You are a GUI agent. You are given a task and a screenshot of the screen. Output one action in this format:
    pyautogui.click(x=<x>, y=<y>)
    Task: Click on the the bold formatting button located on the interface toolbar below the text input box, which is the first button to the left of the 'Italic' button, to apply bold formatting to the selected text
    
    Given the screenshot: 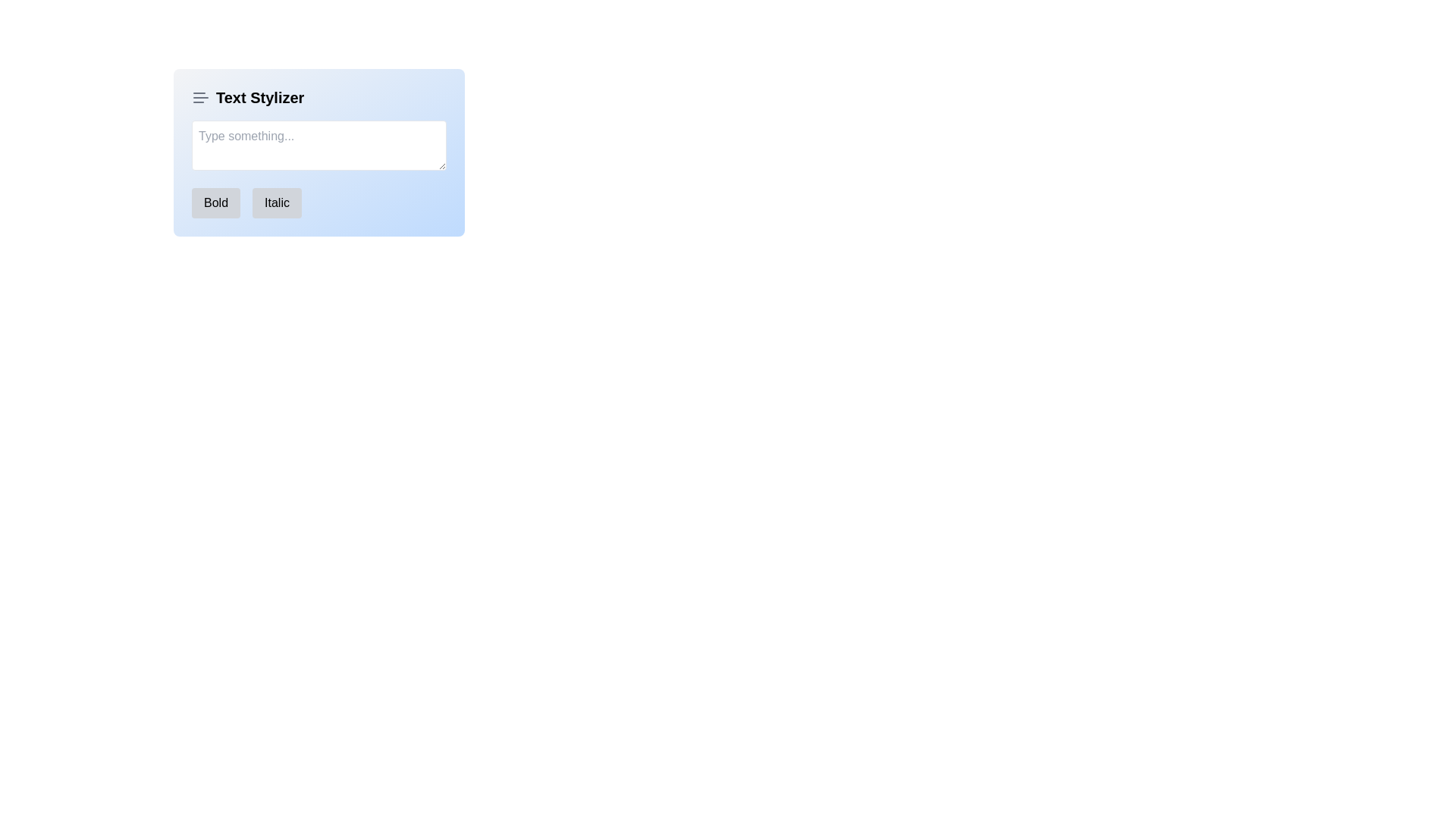 What is the action you would take?
    pyautogui.click(x=215, y=202)
    